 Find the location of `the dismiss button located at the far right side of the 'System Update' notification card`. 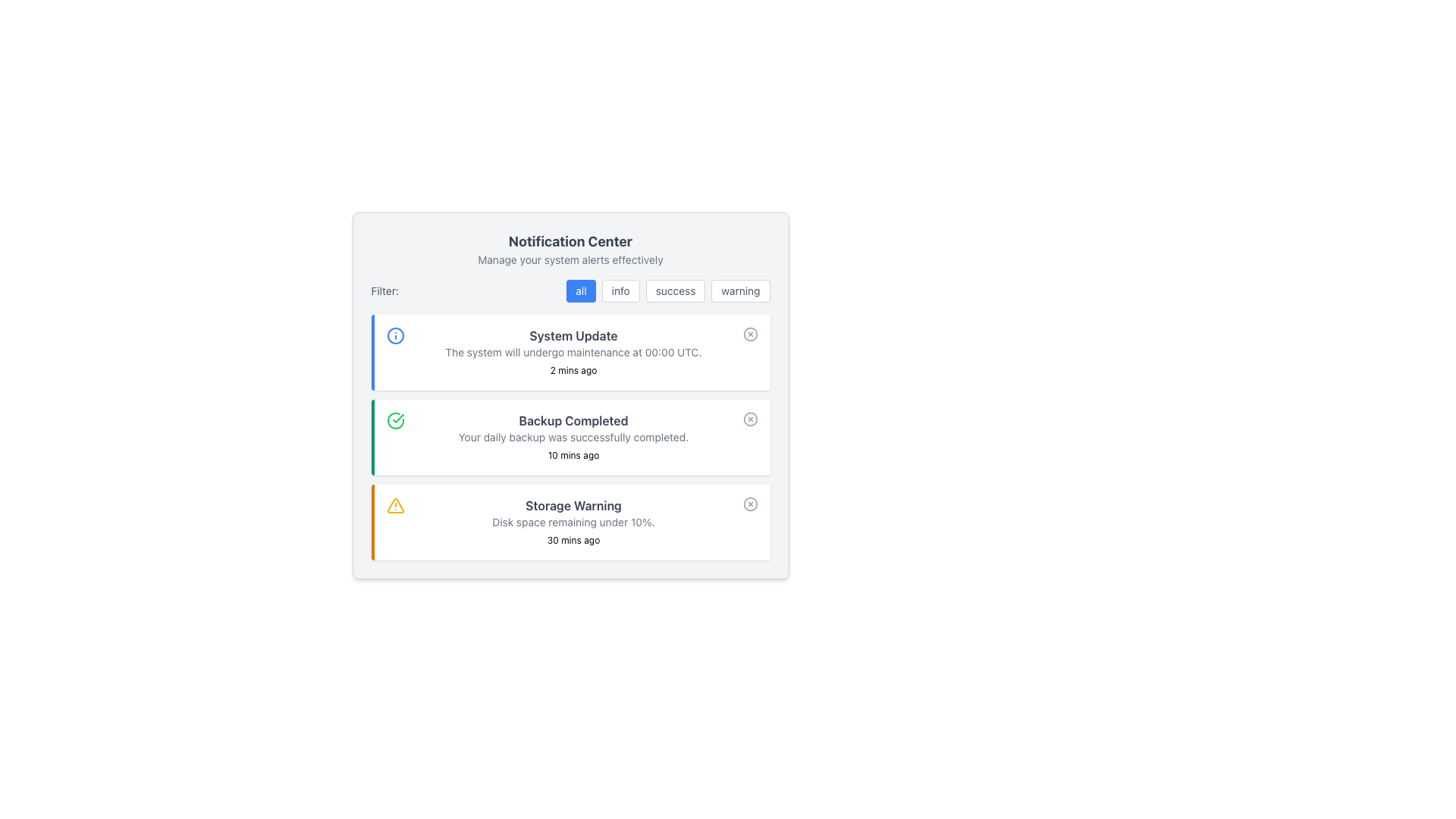

the dismiss button located at the far right side of the 'System Update' notification card is located at coordinates (750, 333).